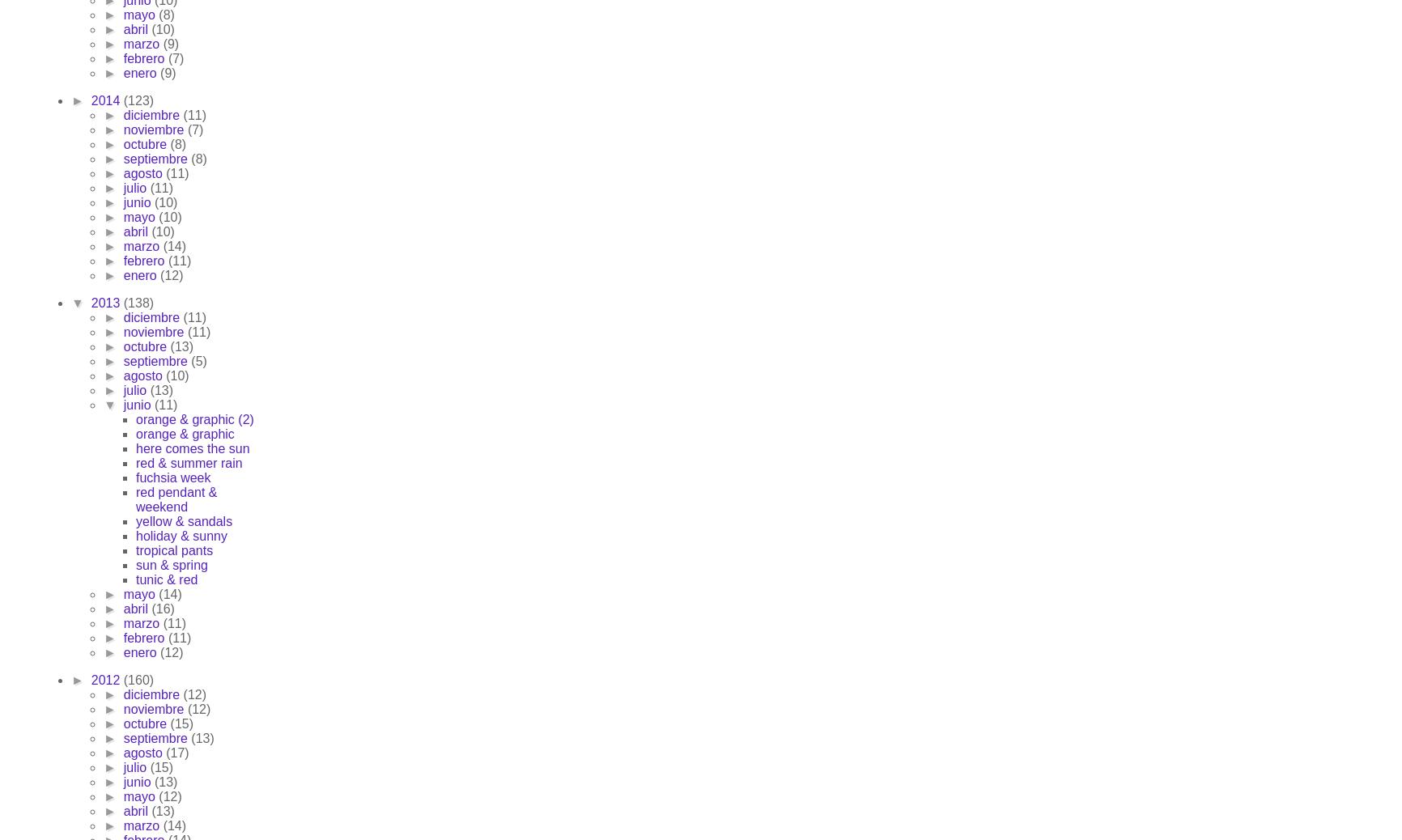 The image size is (1402, 840). I want to click on 'red & summer rain', so click(188, 461).